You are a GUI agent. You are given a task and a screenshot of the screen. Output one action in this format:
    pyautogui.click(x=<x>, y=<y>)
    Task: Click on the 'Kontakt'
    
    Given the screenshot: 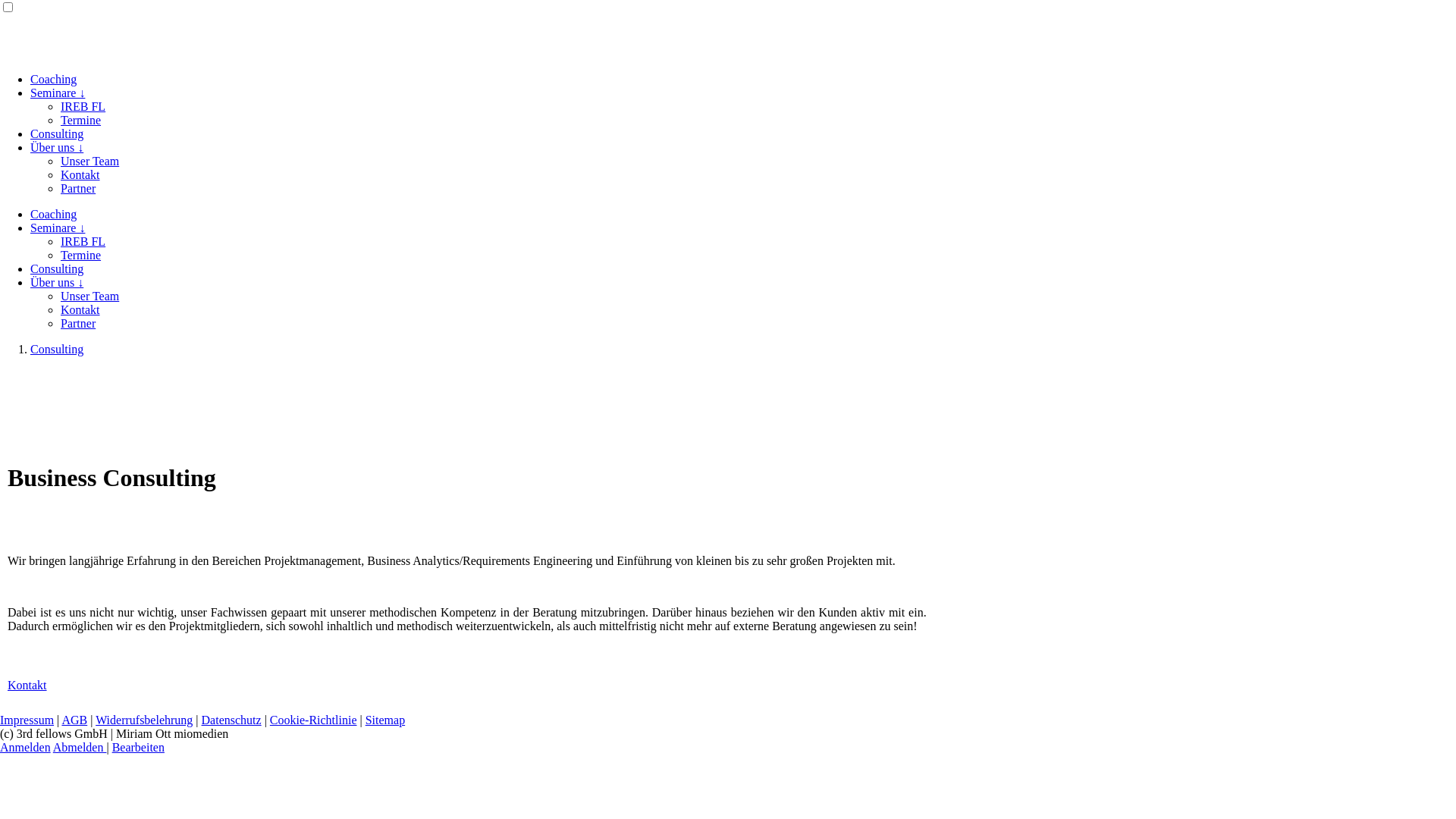 What is the action you would take?
    pyautogui.click(x=79, y=309)
    